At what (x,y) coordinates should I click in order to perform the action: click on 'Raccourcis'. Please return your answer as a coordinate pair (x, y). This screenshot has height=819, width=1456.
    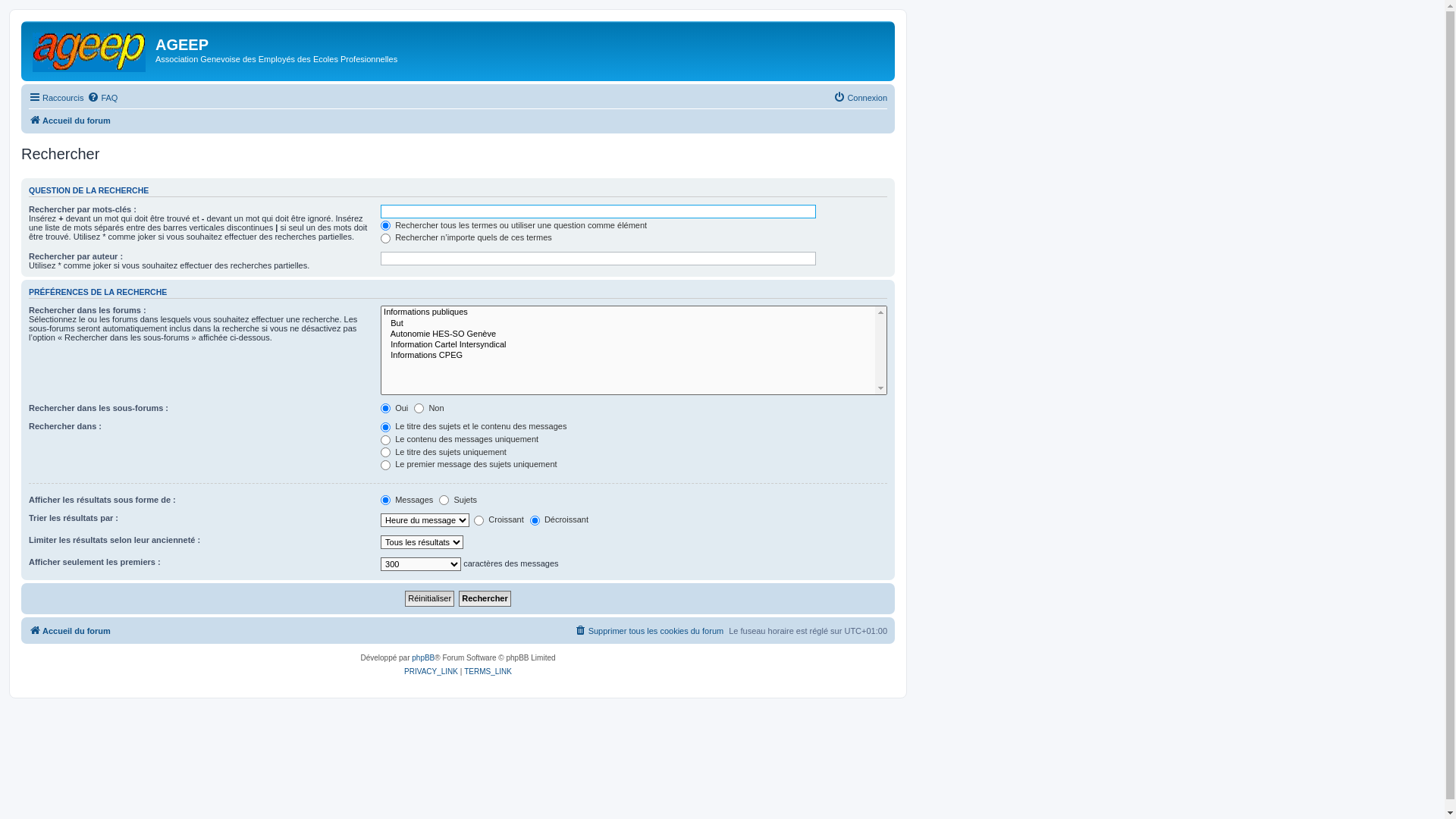
    Looking at the image, I should click on (55, 97).